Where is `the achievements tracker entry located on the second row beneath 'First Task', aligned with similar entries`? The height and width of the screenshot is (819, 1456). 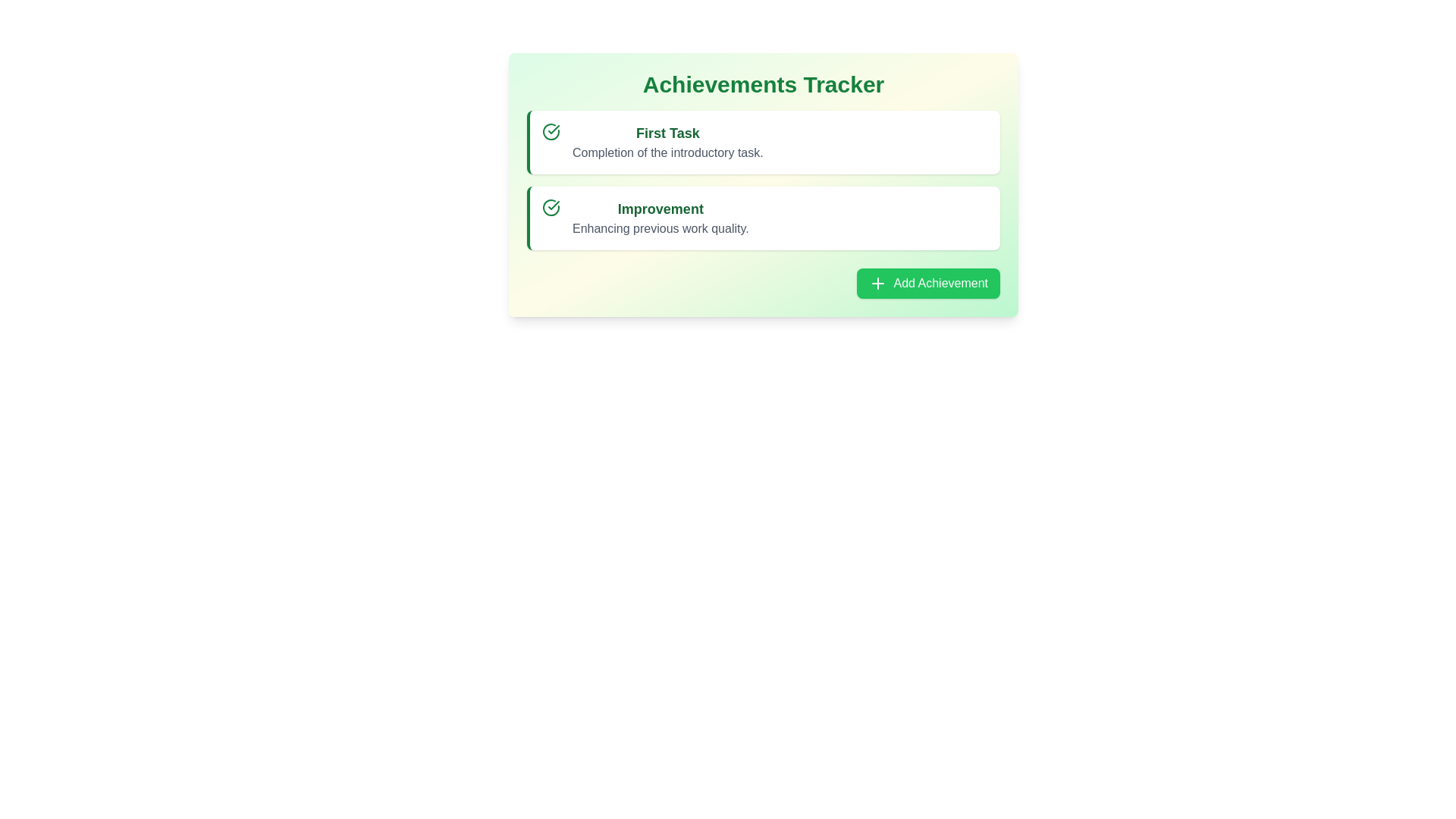 the achievements tracker entry located on the second row beneath 'First Task', aligned with similar entries is located at coordinates (661, 218).